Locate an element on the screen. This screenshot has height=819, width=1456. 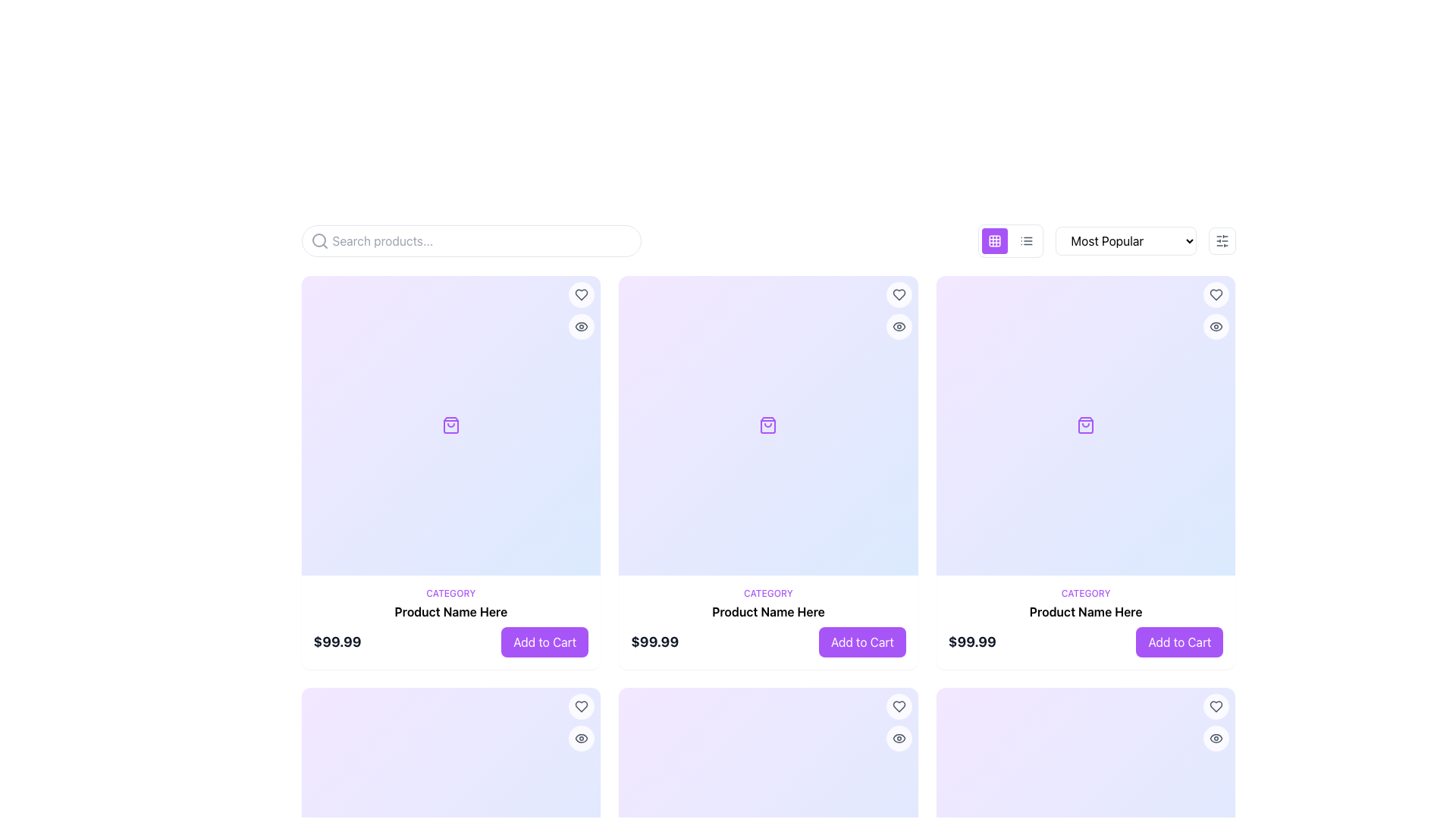
the search icon represented by a magnifying glass located at the left end of the search input field is located at coordinates (318, 240).